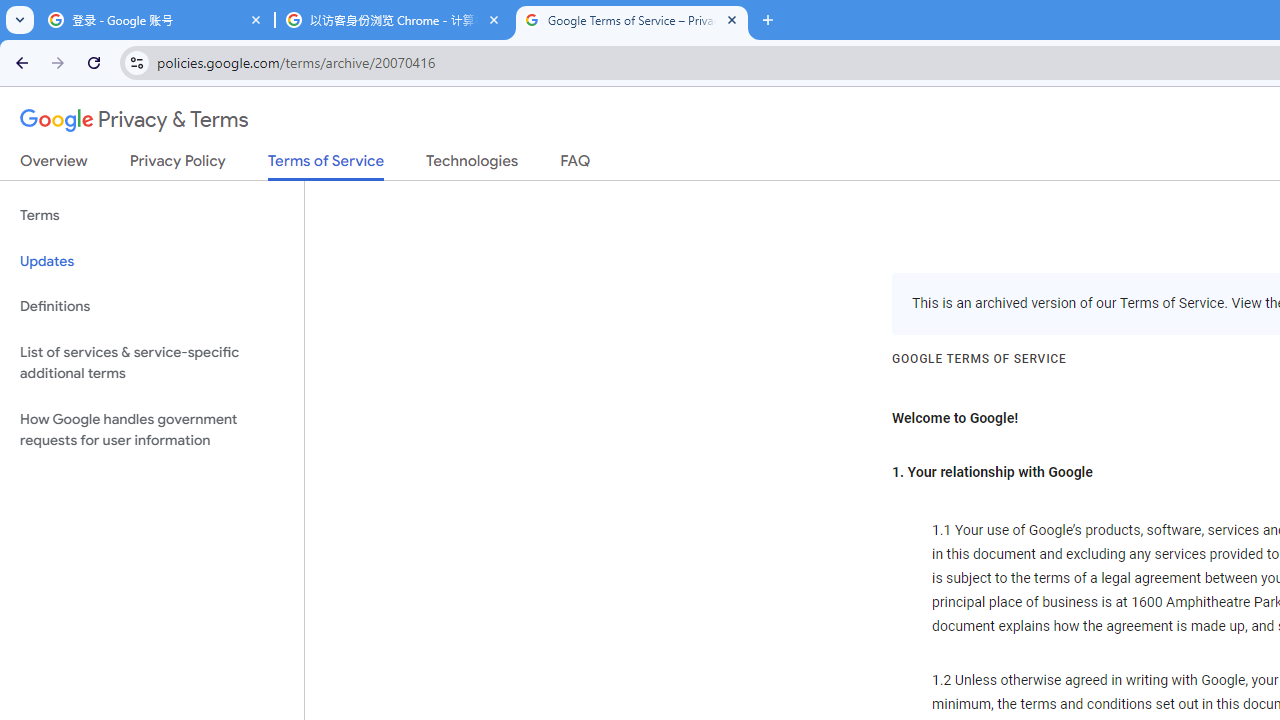 The width and height of the screenshot is (1280, 720). I want to click on 'List of services & service-specific additional terms', so click(151, 362).